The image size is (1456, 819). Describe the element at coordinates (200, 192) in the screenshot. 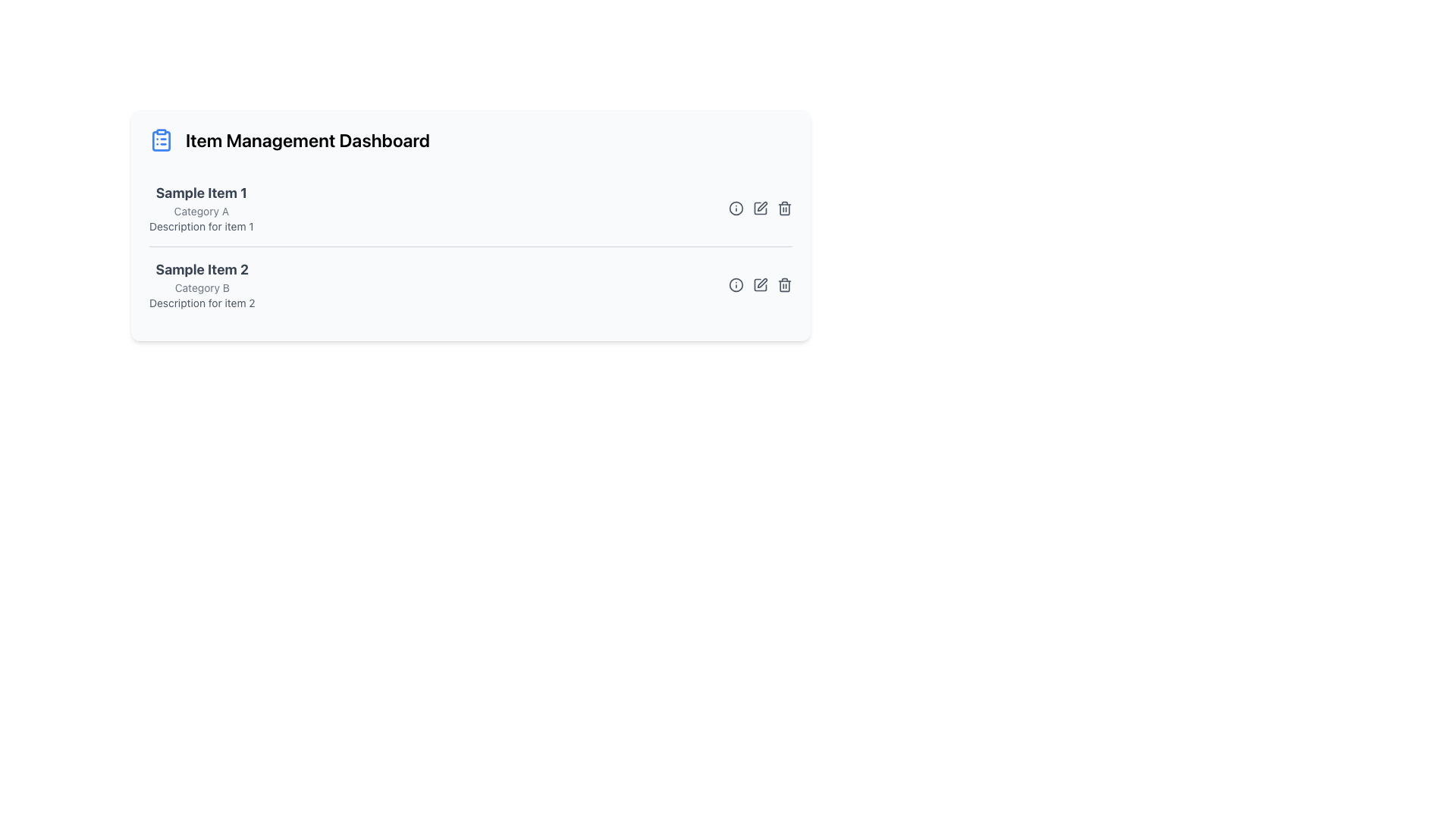

I see `the bold text element displaying 'Sample Item 1' which serves as the header for the item in the Item Management Dashboard` at that location.